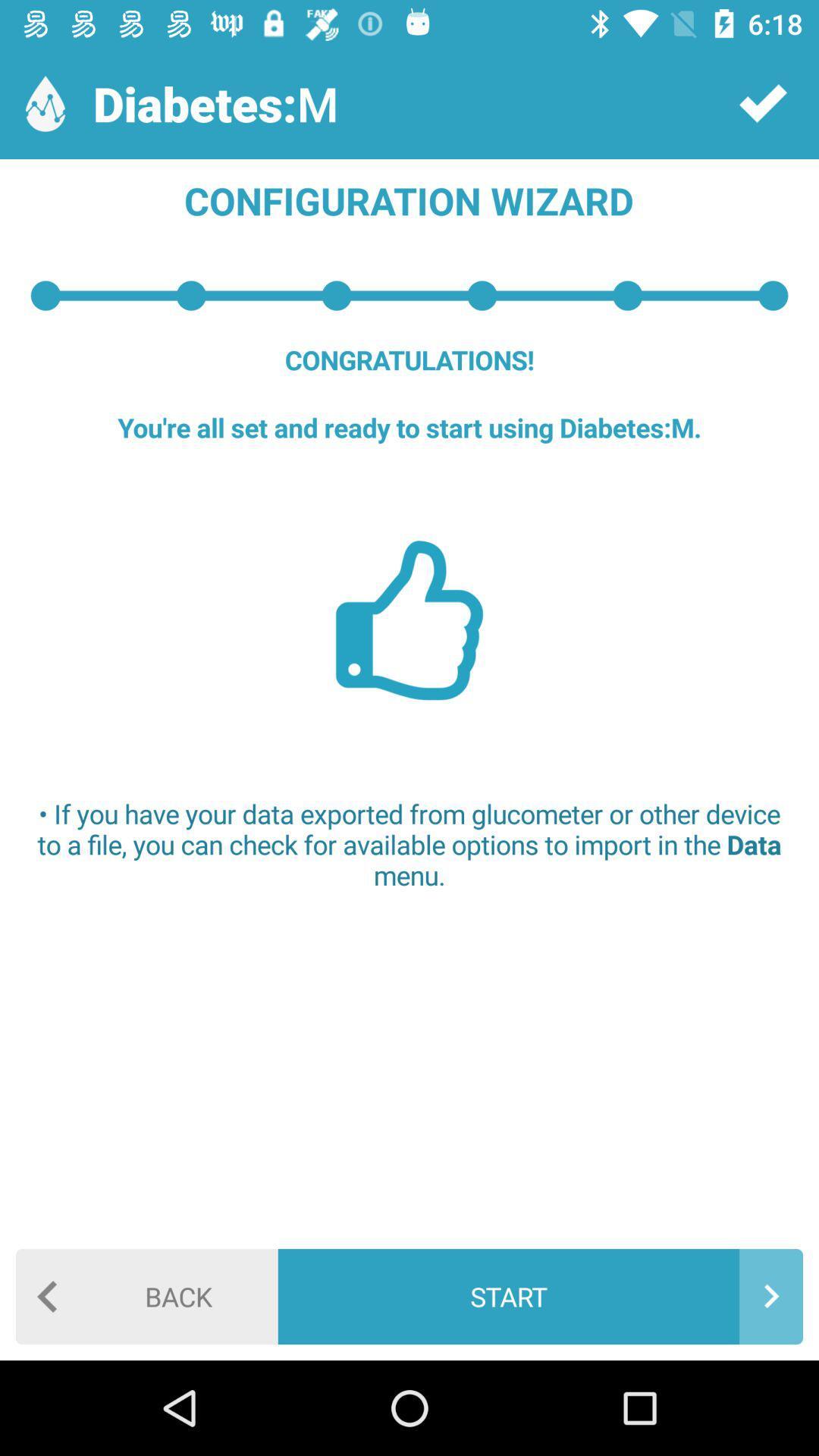 The image size is (819, 1456). What do you see at coordinates (146, 1295) in the screenshot?
I see `item to the left of start` at bounding box center [146, 1295].